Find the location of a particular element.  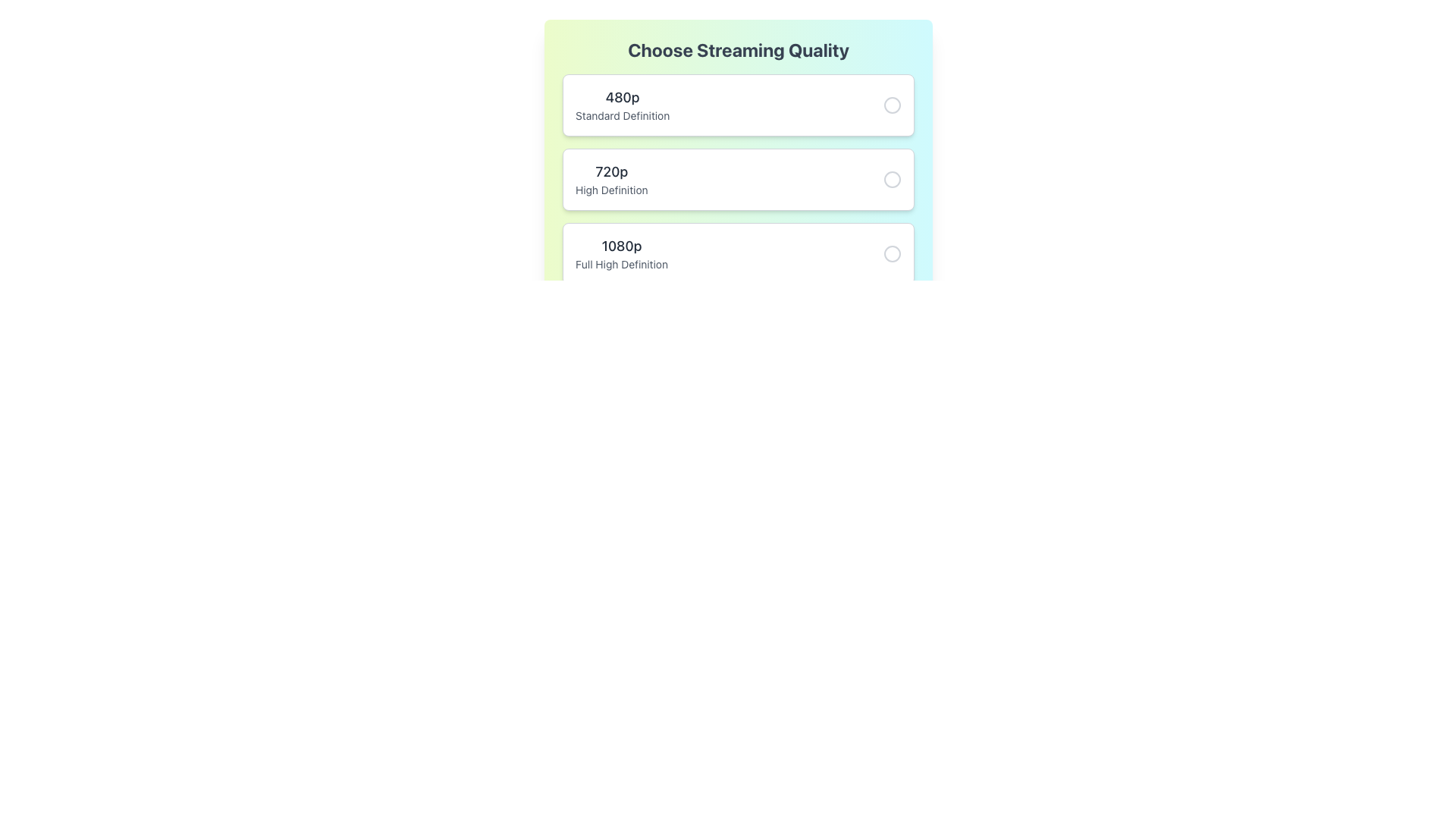

descriptive label indicating that the '720p' option corresponds to high-definition quality, which is centrally aligned below the '720p' label in the streaming quality options is located at coordinates (611, 189).